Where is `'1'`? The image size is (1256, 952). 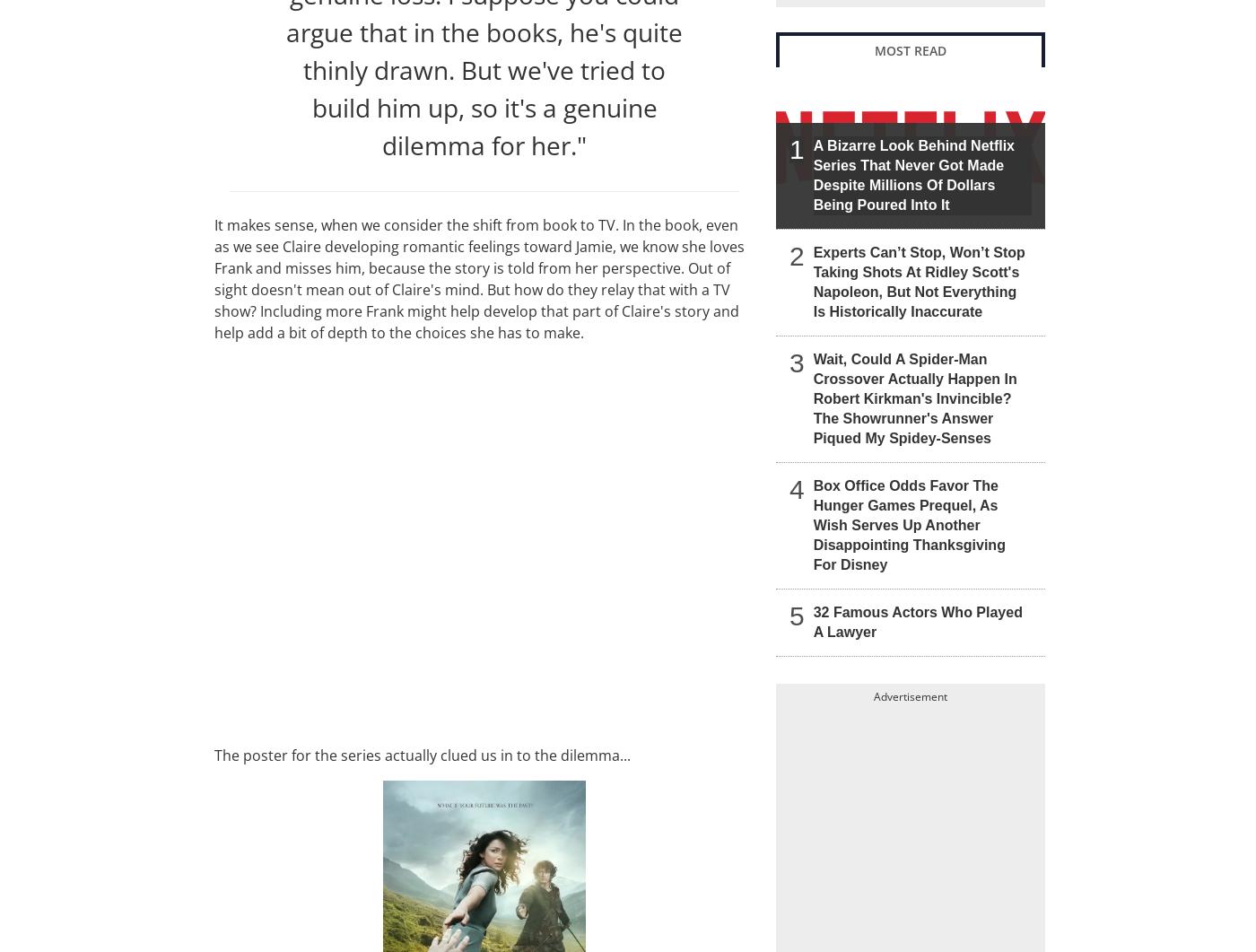 '1' is located at coordinates (789, 148).